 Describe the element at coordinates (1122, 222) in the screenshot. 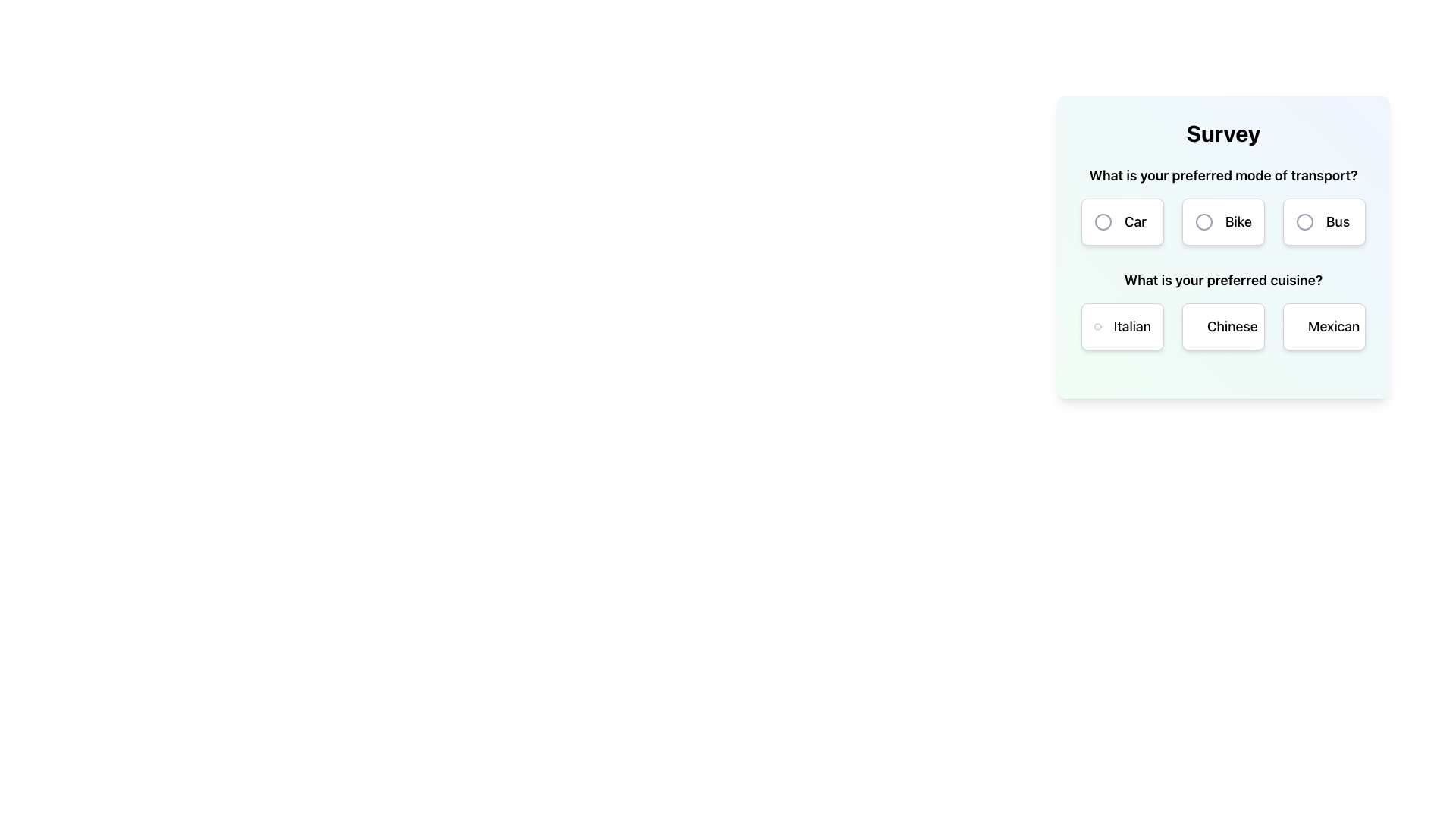

I see `the 'Car' radio button option located in the upper section of the survey form` at that location.